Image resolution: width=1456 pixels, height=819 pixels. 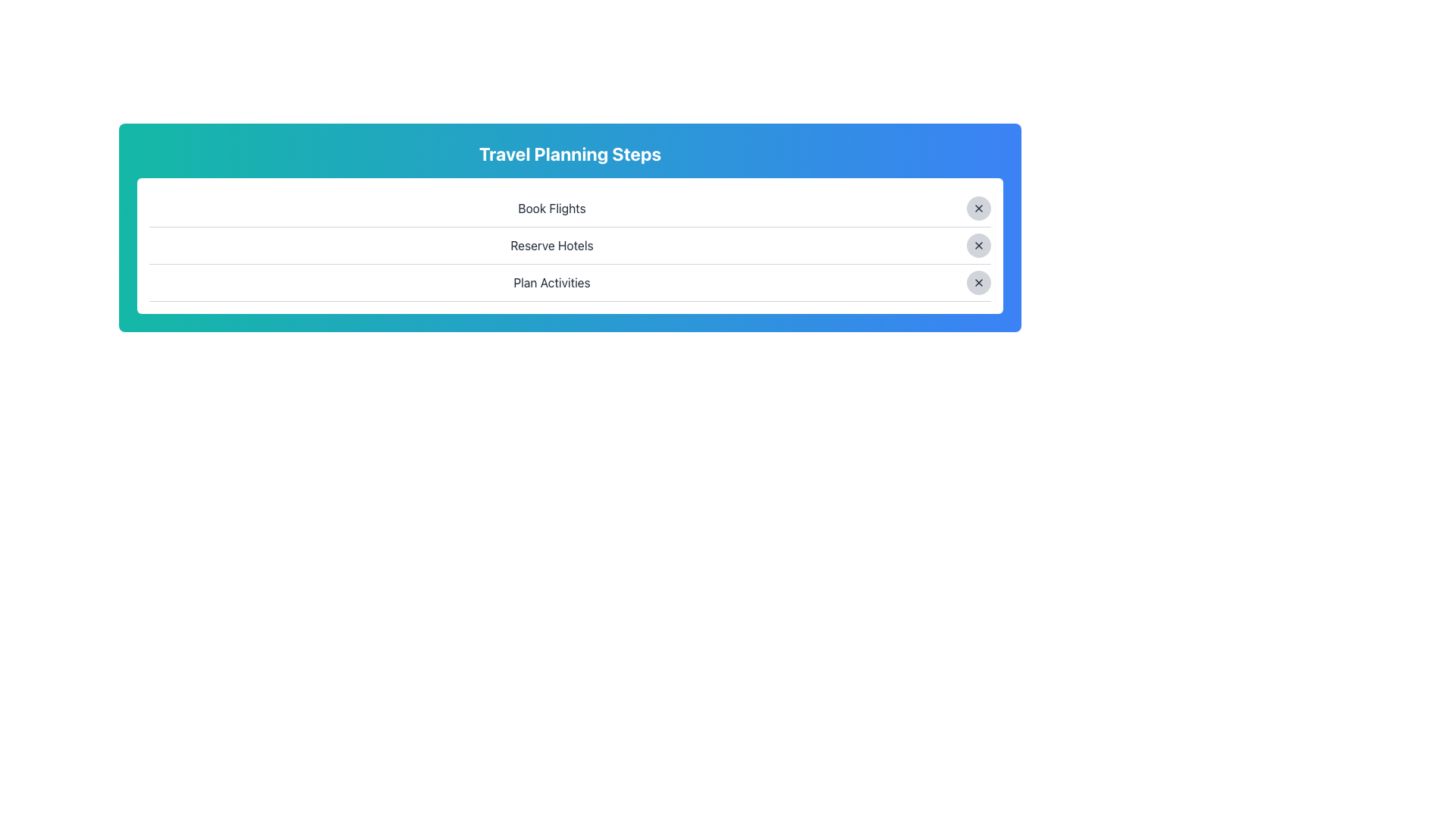 What do you see at coordinates (979, 283) in the screenshot?
I see `the delete or close button located in the third row of the 'Travel Planning Steps' list` at bounding box center [979, 283].